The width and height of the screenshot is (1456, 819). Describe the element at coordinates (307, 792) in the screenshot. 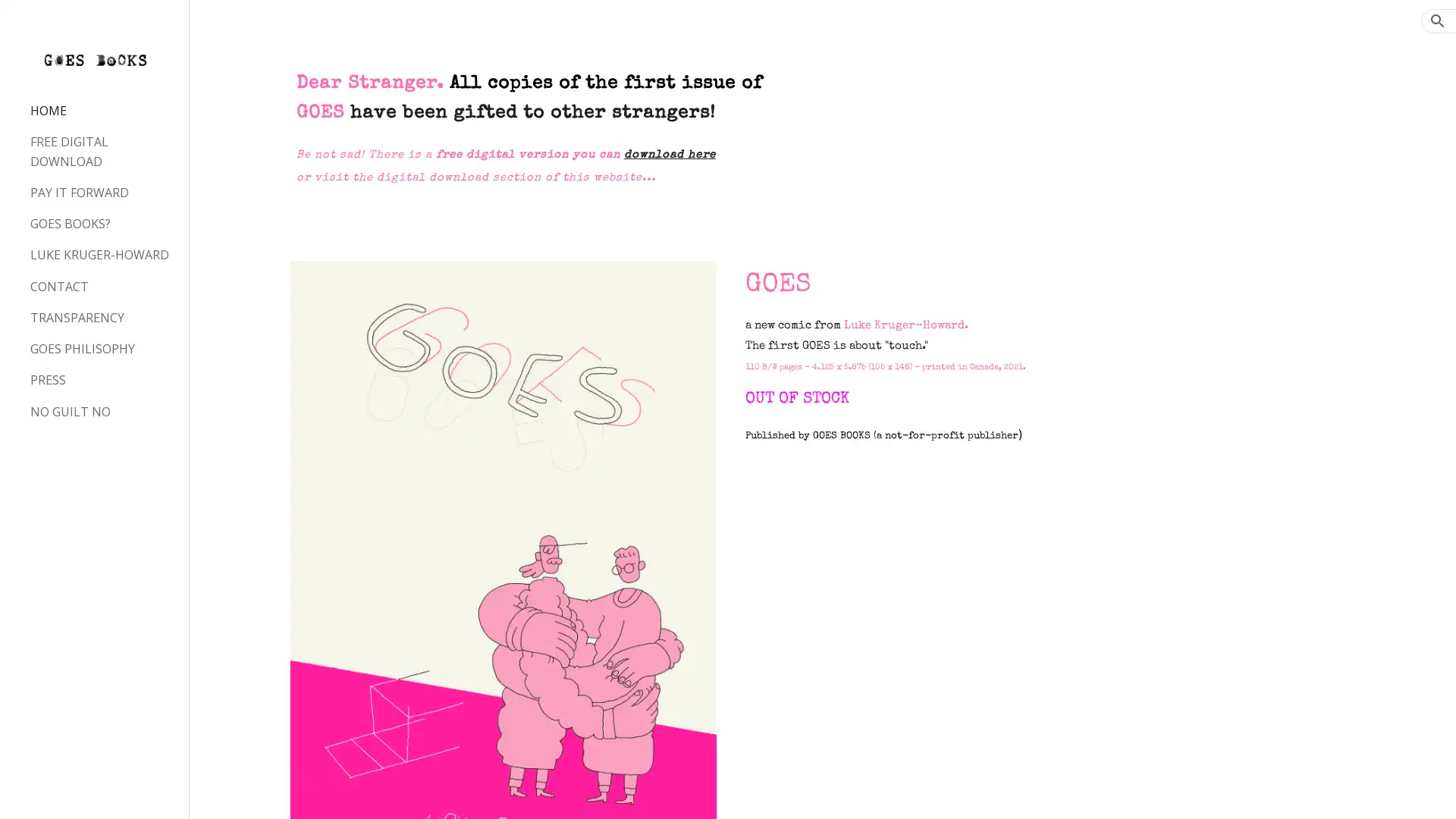

I see `Google Sites` at that location.